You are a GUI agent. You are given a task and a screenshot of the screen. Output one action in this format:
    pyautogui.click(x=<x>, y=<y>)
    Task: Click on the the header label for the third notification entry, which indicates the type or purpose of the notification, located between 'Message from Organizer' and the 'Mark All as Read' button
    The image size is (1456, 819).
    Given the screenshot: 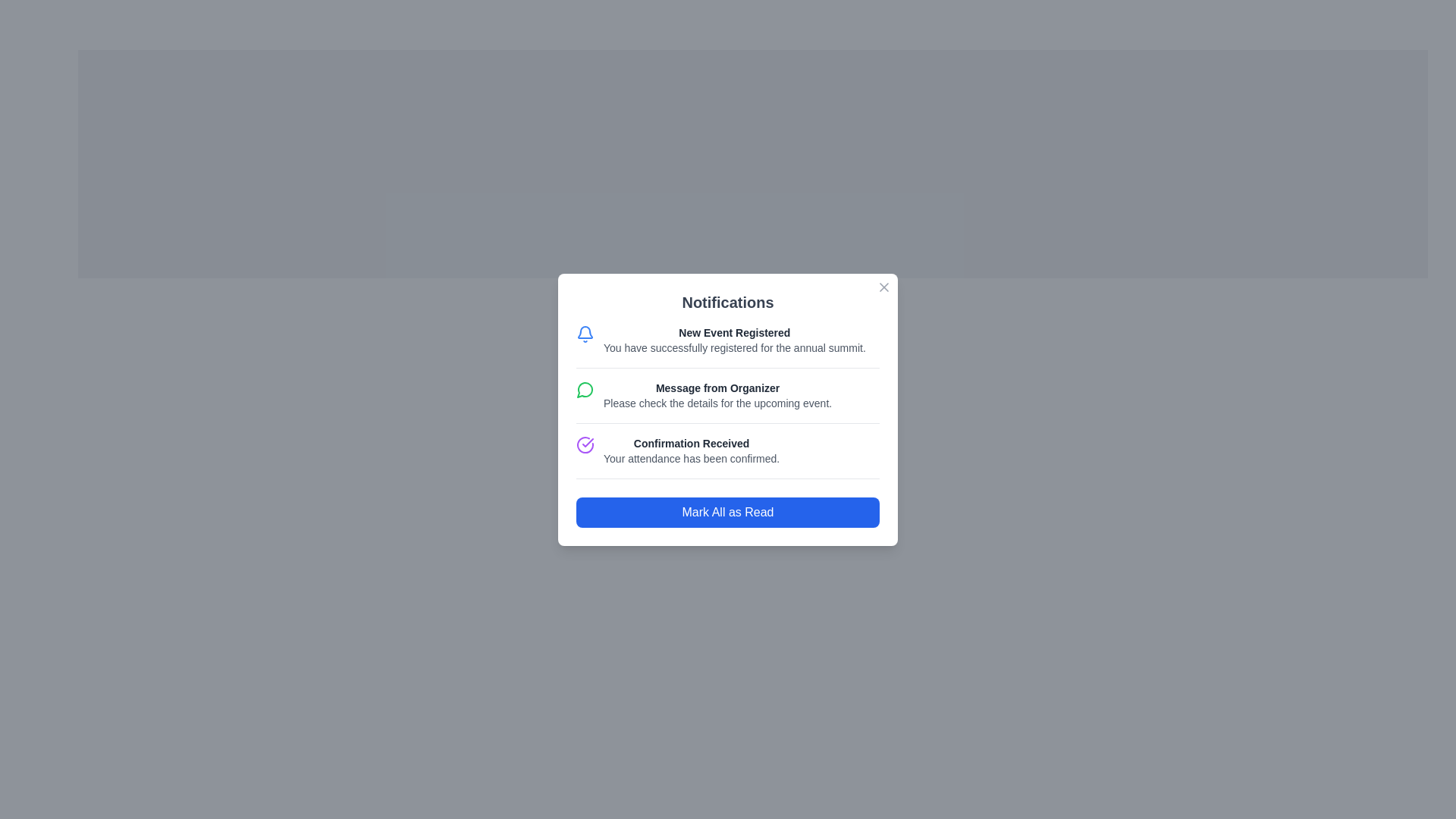 What is the action you would take?
    pyautogui.click(x=691, y=443)
    